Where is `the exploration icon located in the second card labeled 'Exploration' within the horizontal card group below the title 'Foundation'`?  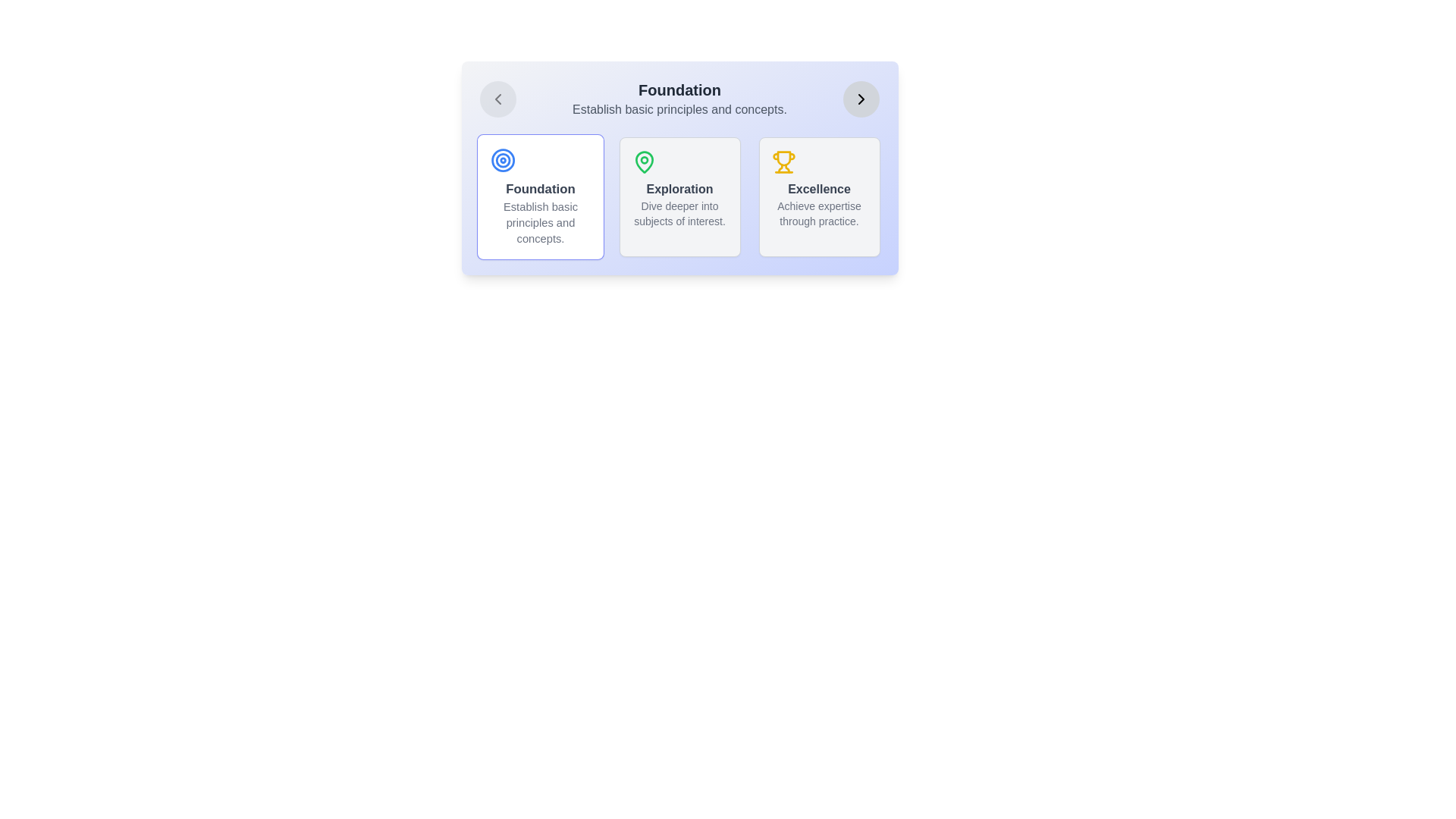 the exploration icon located in the second card labeled 'Exploration' within the horizontal card group below the title 'Foundation' is located at coordinates (644, 162).